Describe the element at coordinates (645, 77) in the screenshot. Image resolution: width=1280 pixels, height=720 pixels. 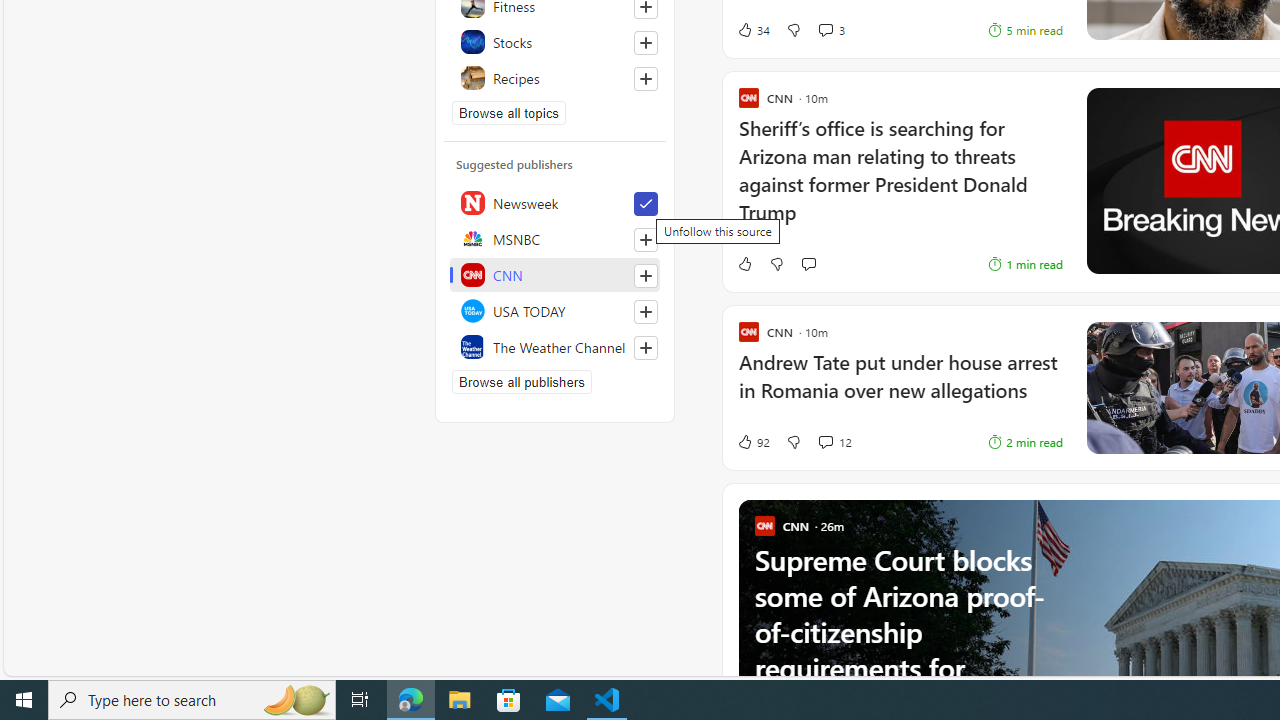
I see `'Follow this topic'` at that location.